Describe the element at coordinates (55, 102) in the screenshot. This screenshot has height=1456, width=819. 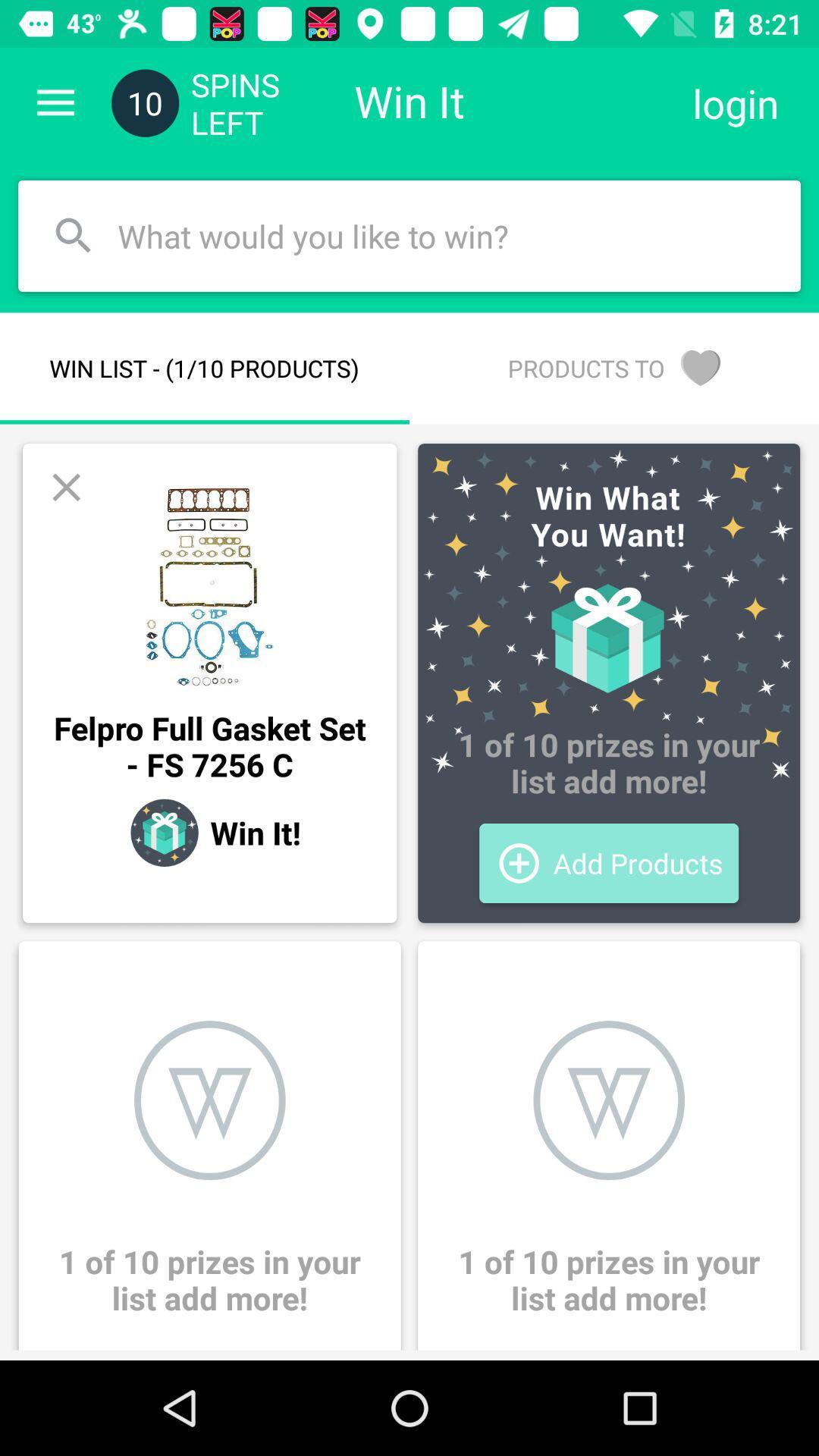
I see `the item to the left of 10` at that location.